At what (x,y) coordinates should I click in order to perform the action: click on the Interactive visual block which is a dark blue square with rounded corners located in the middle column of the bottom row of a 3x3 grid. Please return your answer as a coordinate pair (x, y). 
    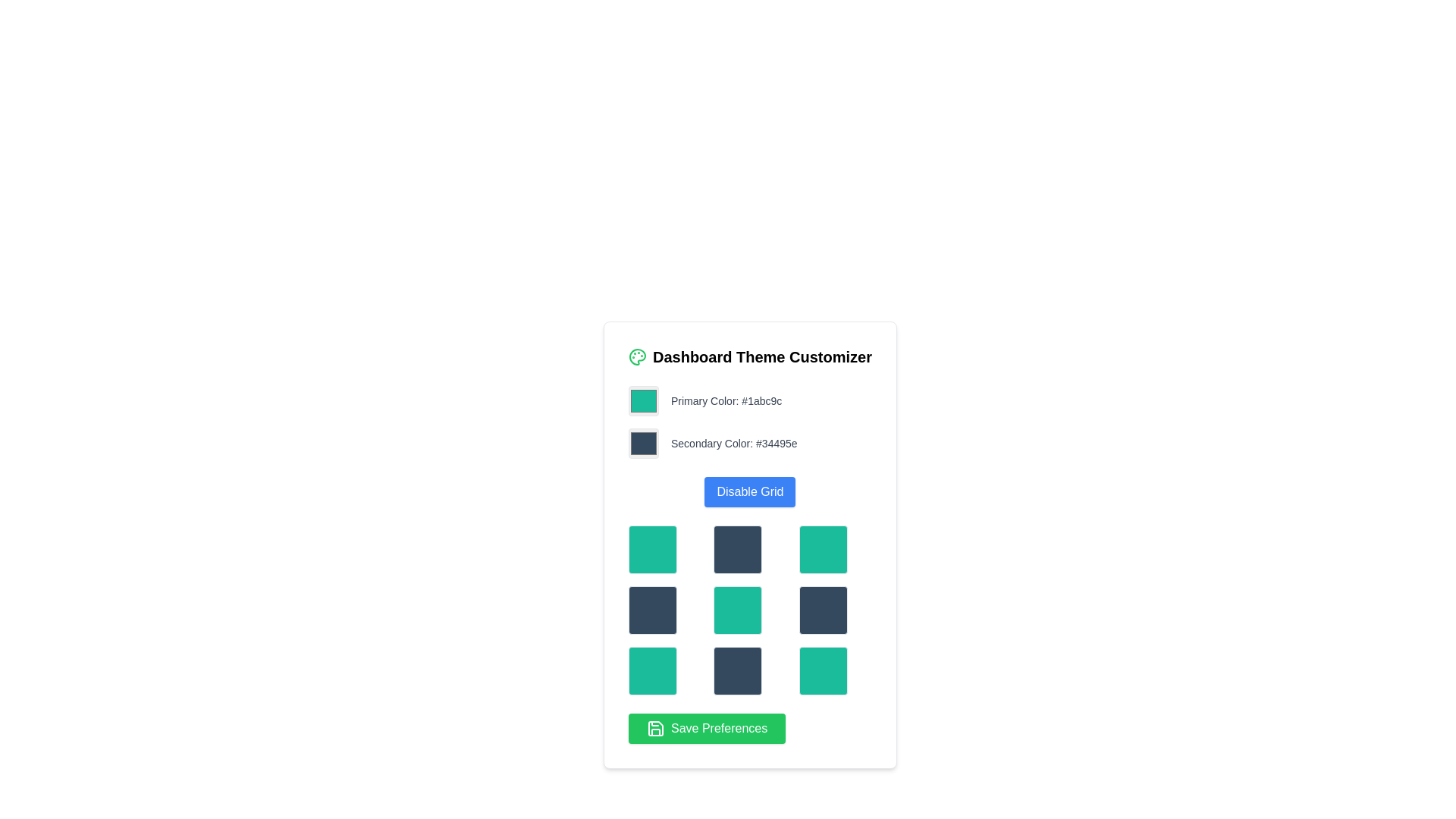
    Looking at the image, I should click on (738, 670).